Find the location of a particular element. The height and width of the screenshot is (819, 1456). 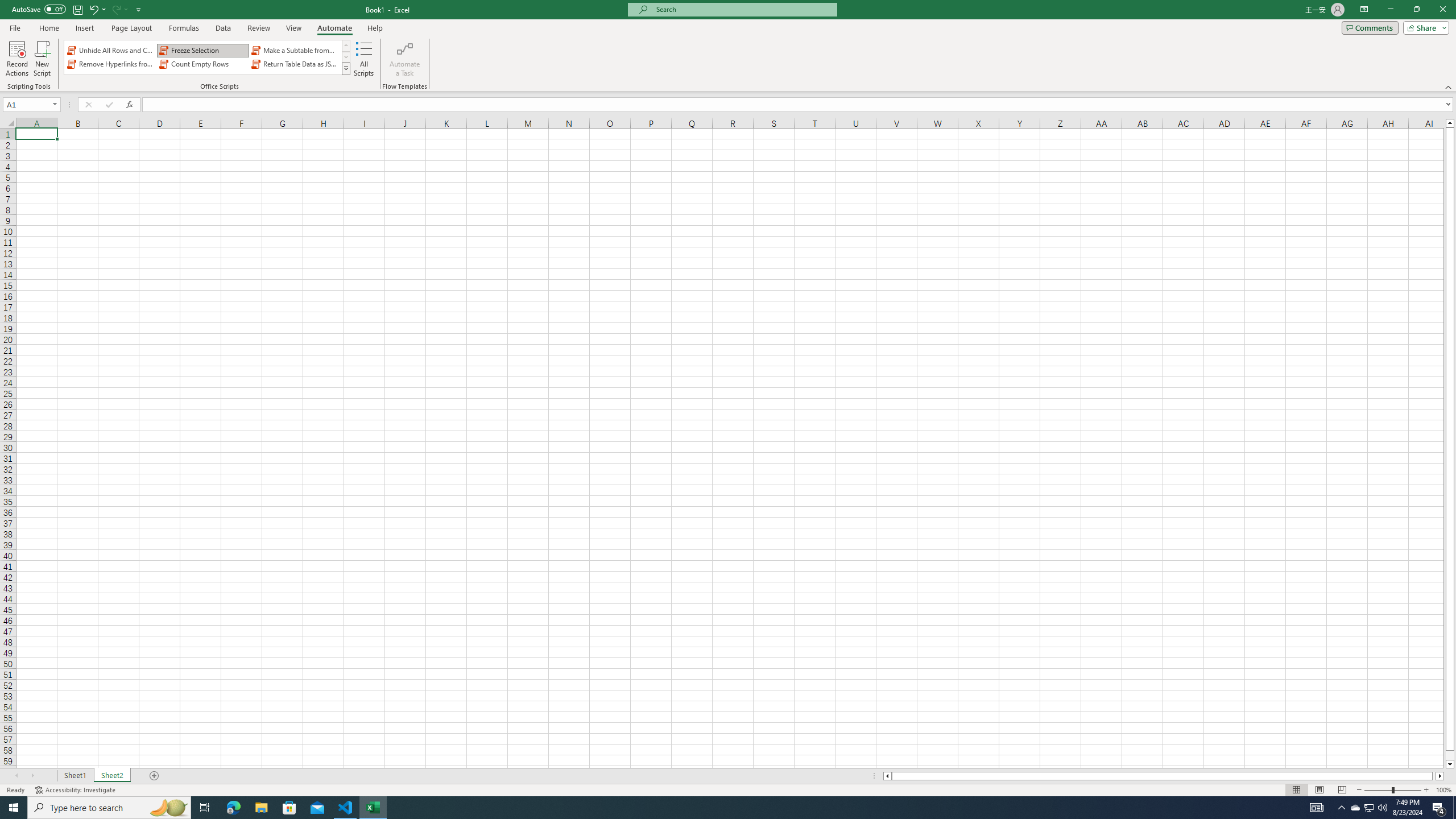

'Zoom Out' is located at coordinates (1378, 790).